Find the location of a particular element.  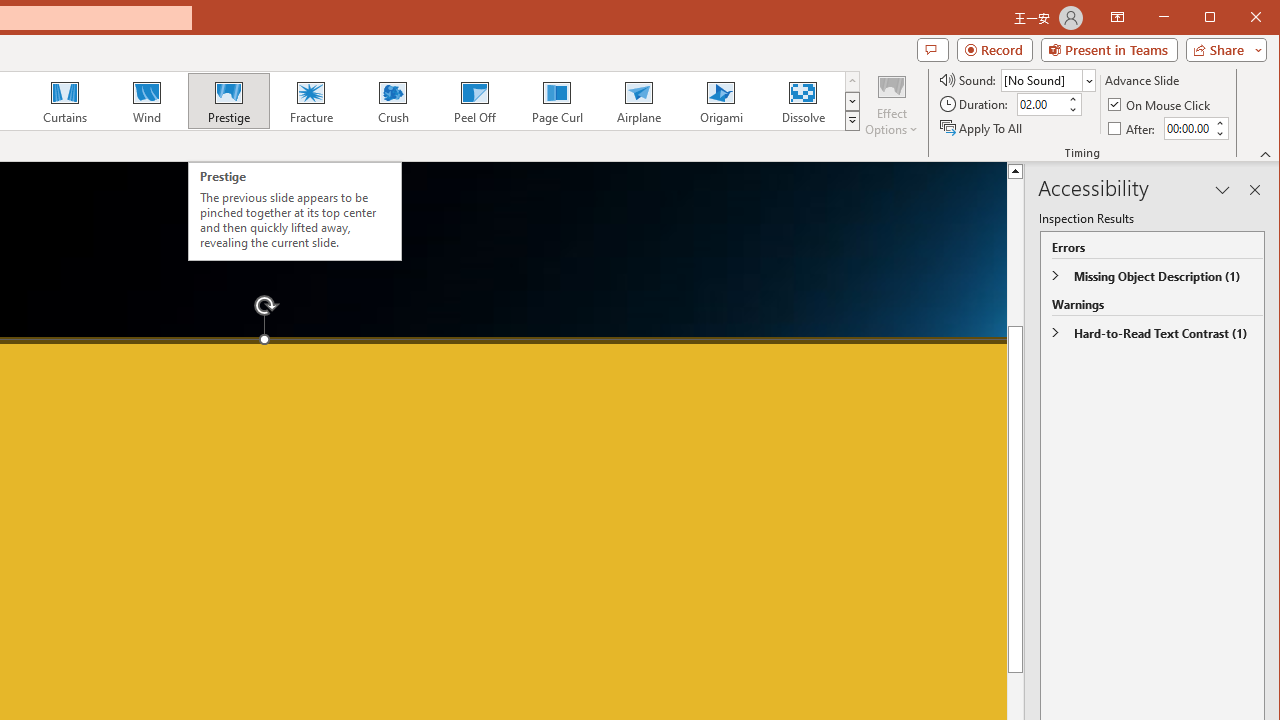

'Apply To All' is located at coordinates (983, 128).